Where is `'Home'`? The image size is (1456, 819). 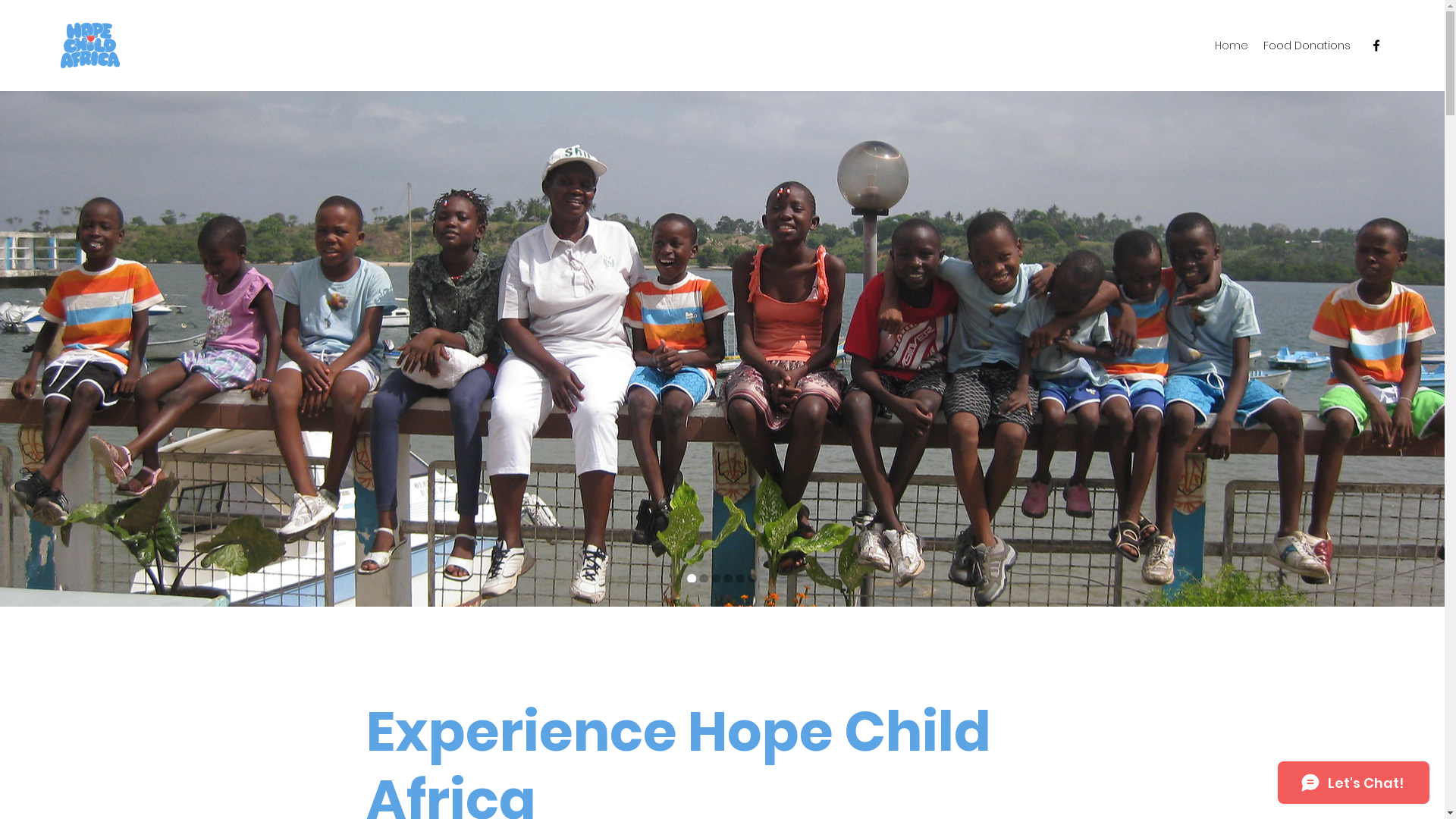 'Home' is located at coordinates (1231, 45).